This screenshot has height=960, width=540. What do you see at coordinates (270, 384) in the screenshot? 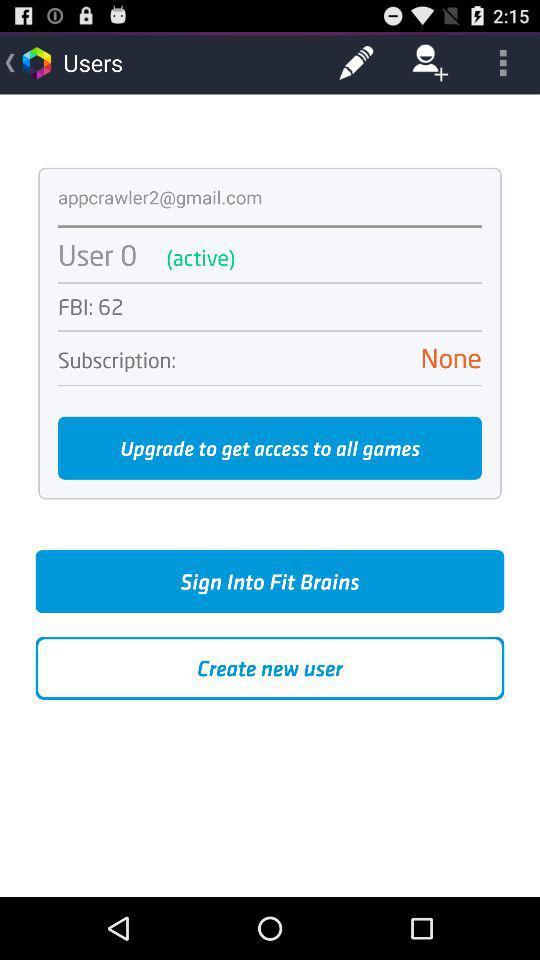
I see `the icon above the upgrade to get item` at bounding box center [270, 384].